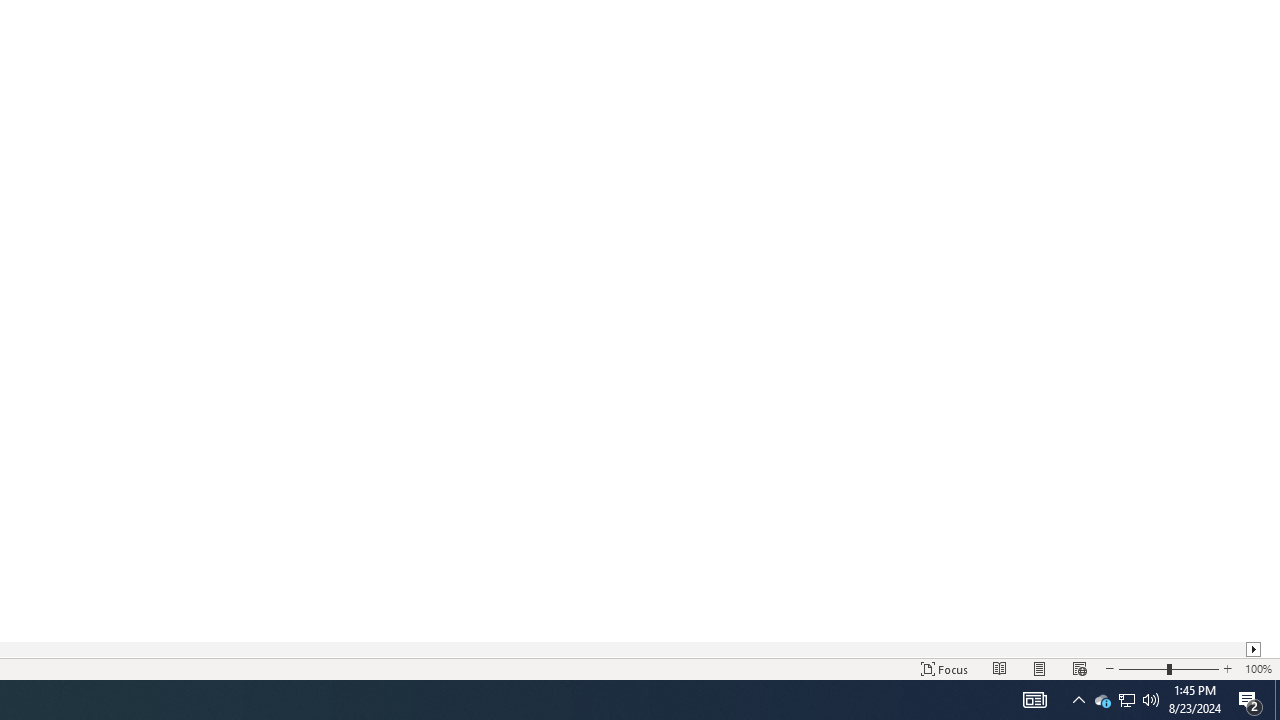  I want to click on 'Column right', so click(1253, 649).